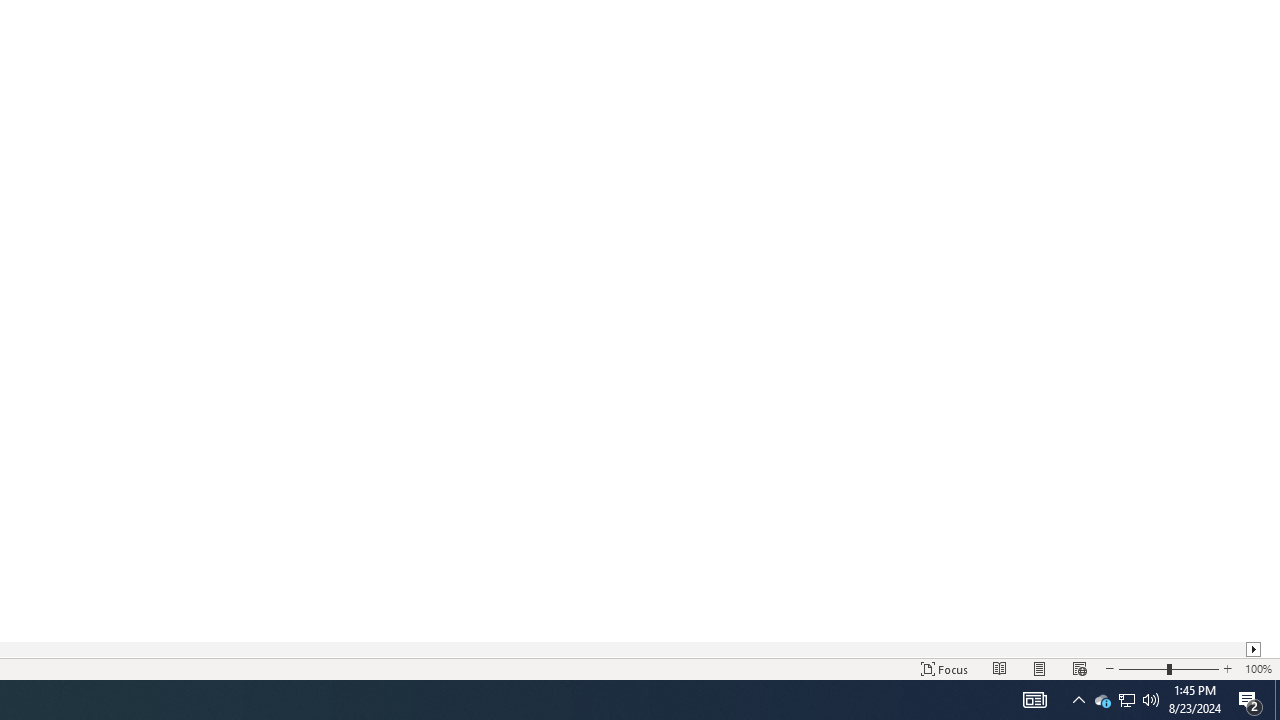  I want to click on 'Column right', so click(1253, 649).